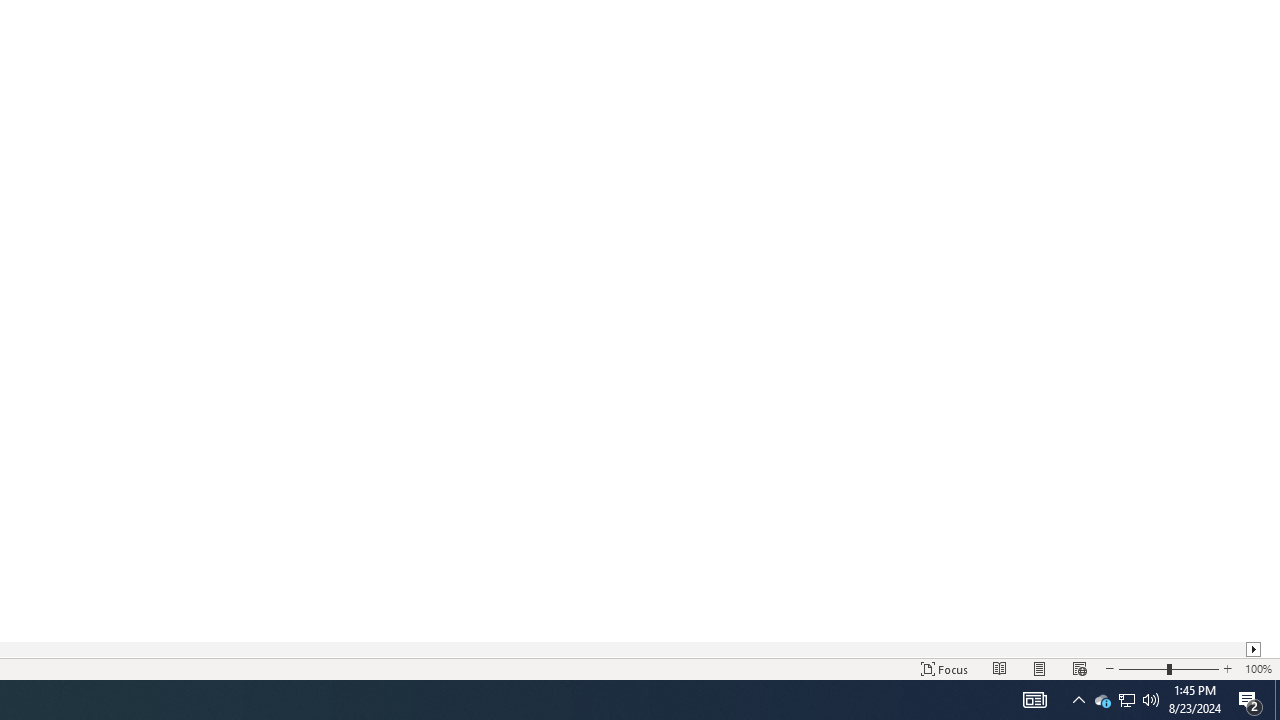  I want to click on 'Column right', so click(1253, 649).